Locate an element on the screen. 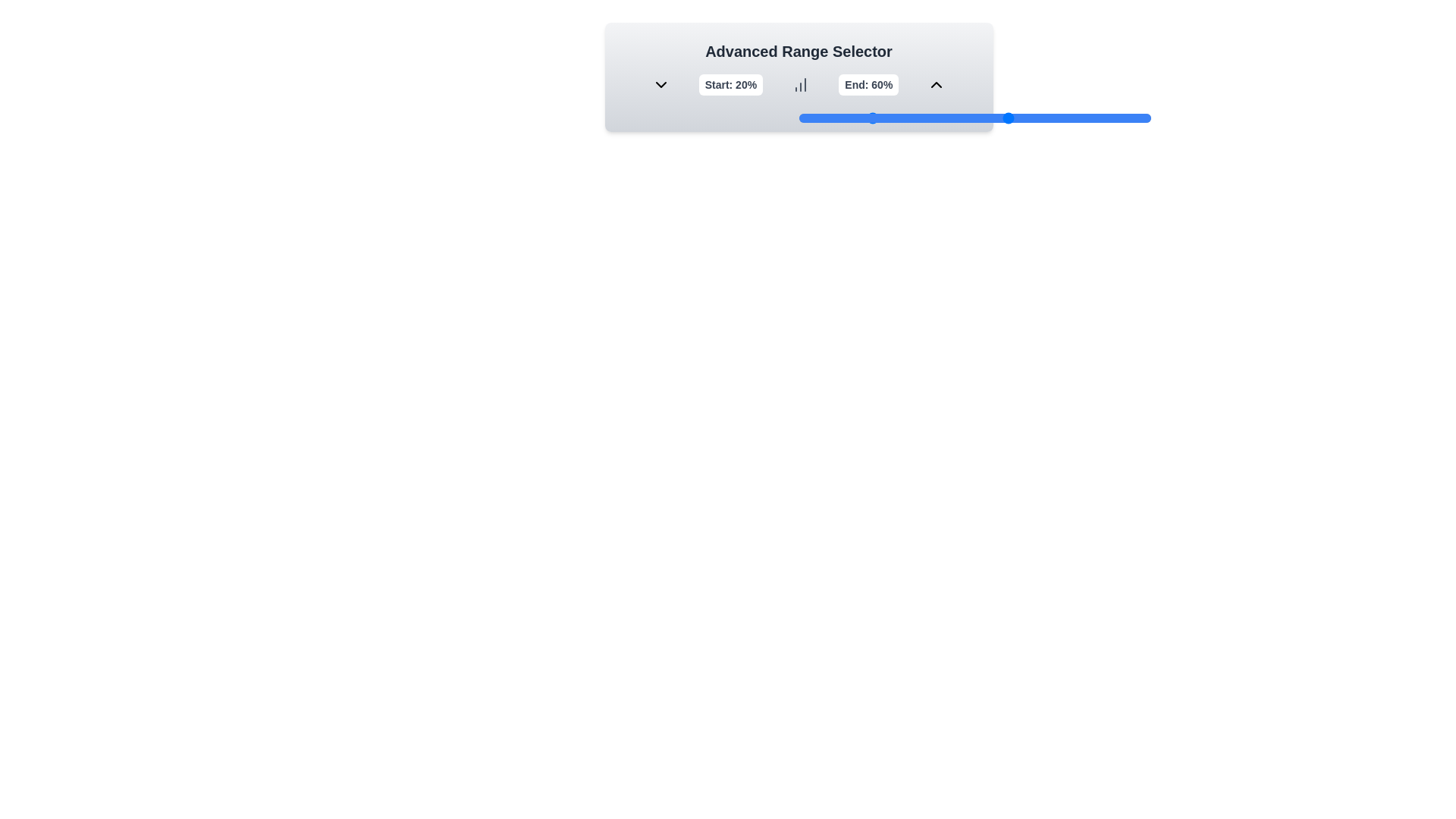  the end range slider to 71% is located at coordinates (1047, 117).